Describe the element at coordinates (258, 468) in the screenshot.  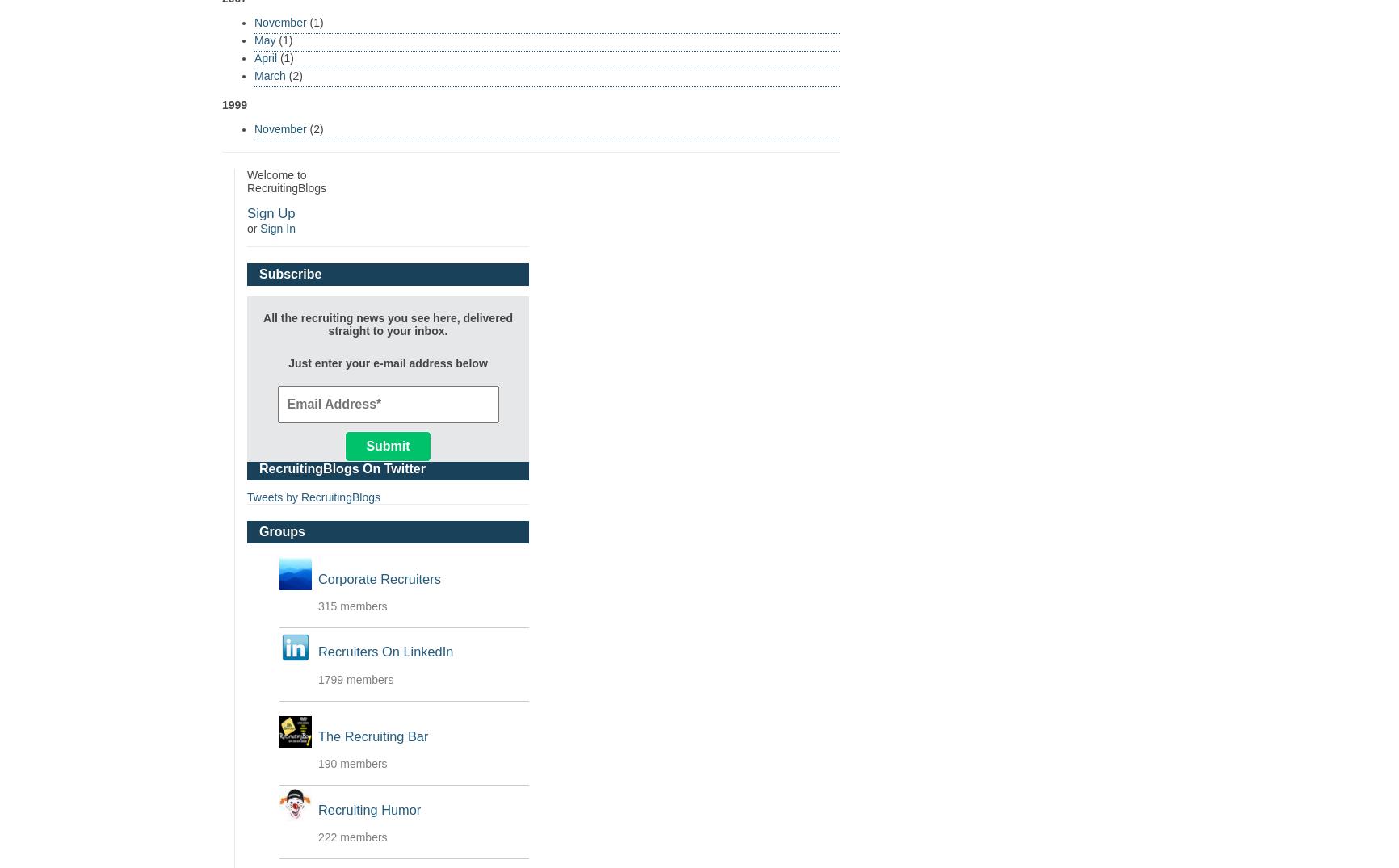
I see `'RecruitingBlogs on Twitter'` at that location.